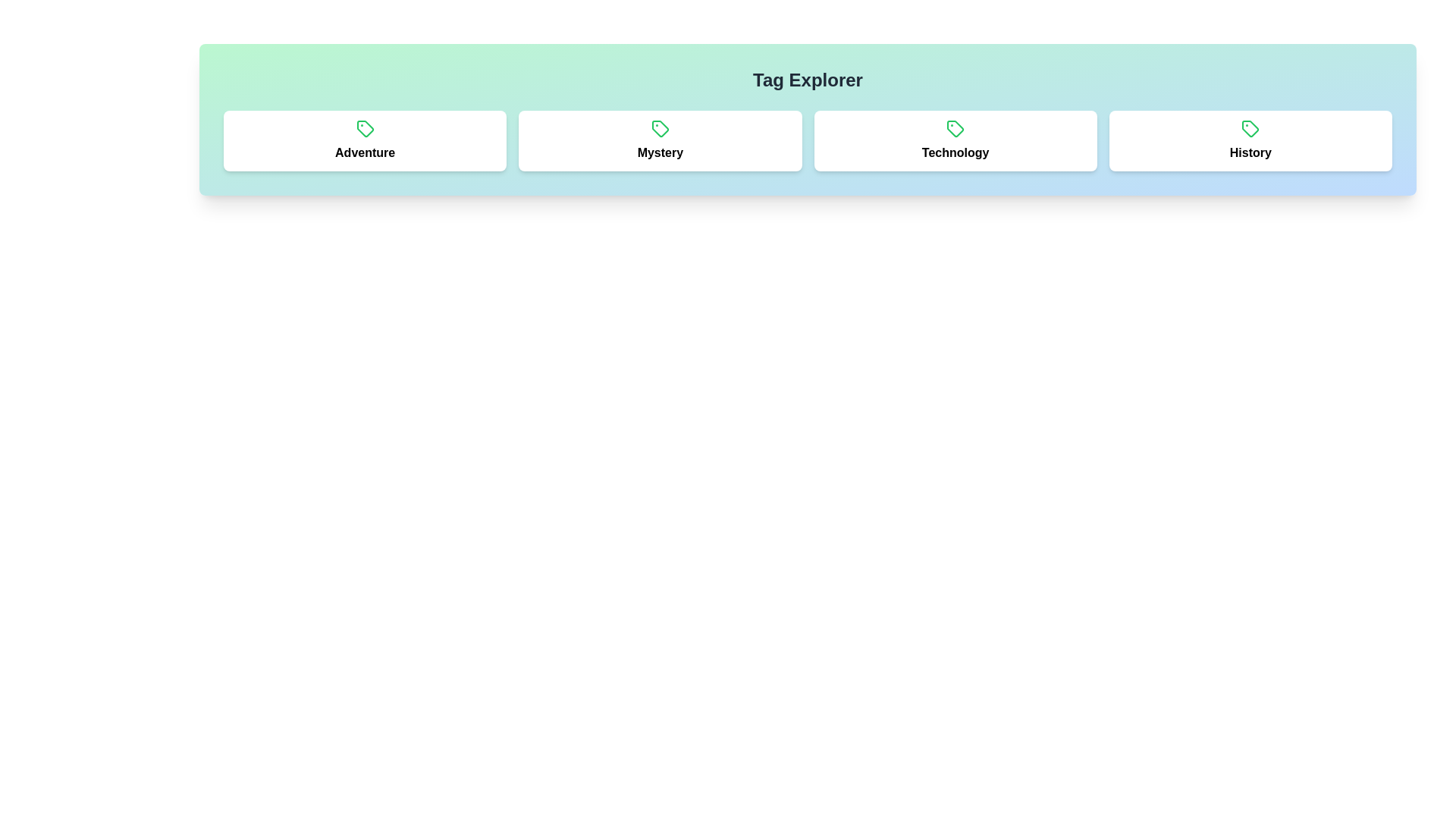  Describe the element at coordinates (955, 127) in the screenshot. I see `the 'Technology' tag icon located in the third position from the left in the tag explorer section as a visual reference` at that location.